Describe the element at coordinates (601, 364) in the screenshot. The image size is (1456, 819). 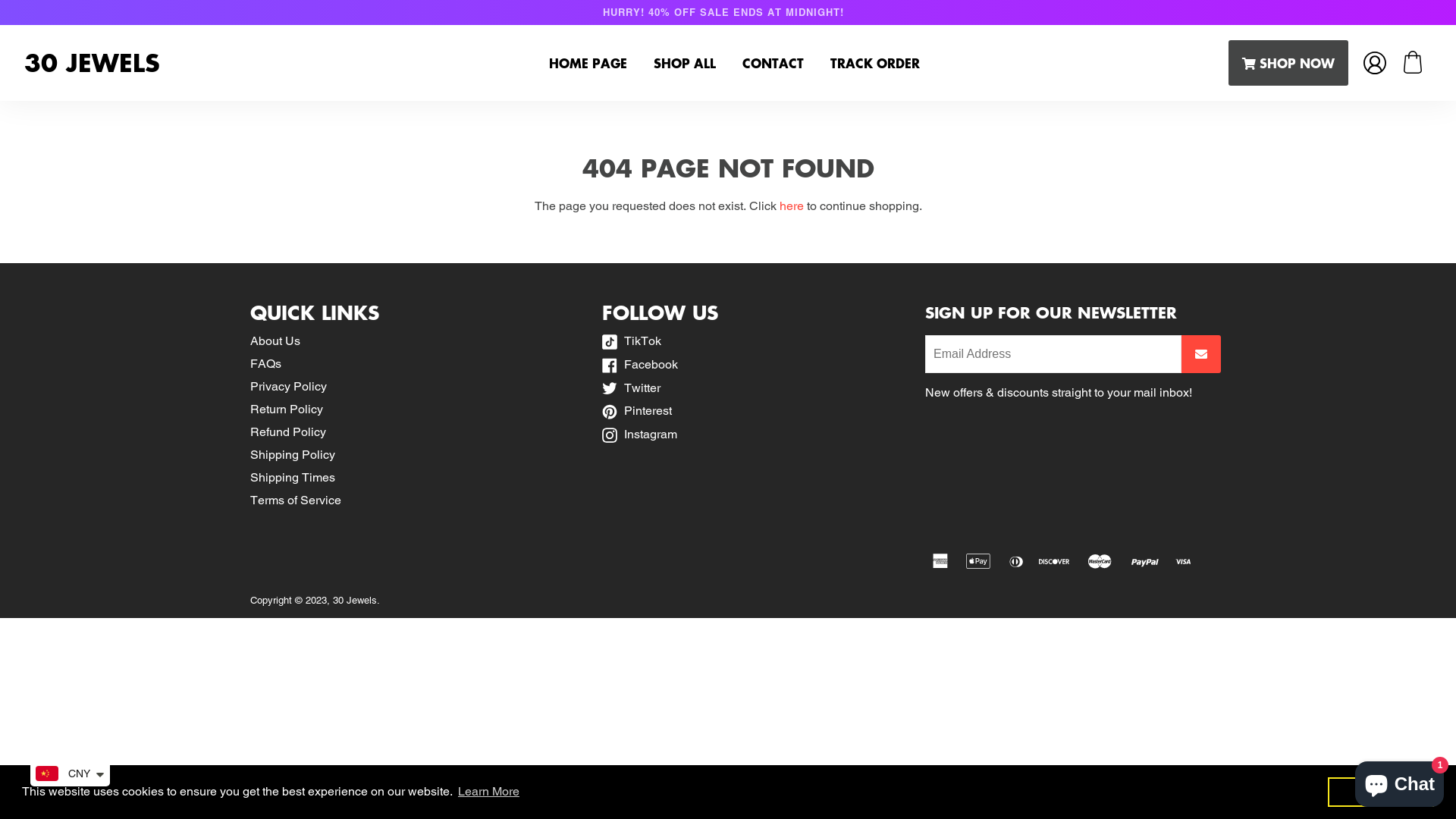
I see `'Facebook'` at that location.